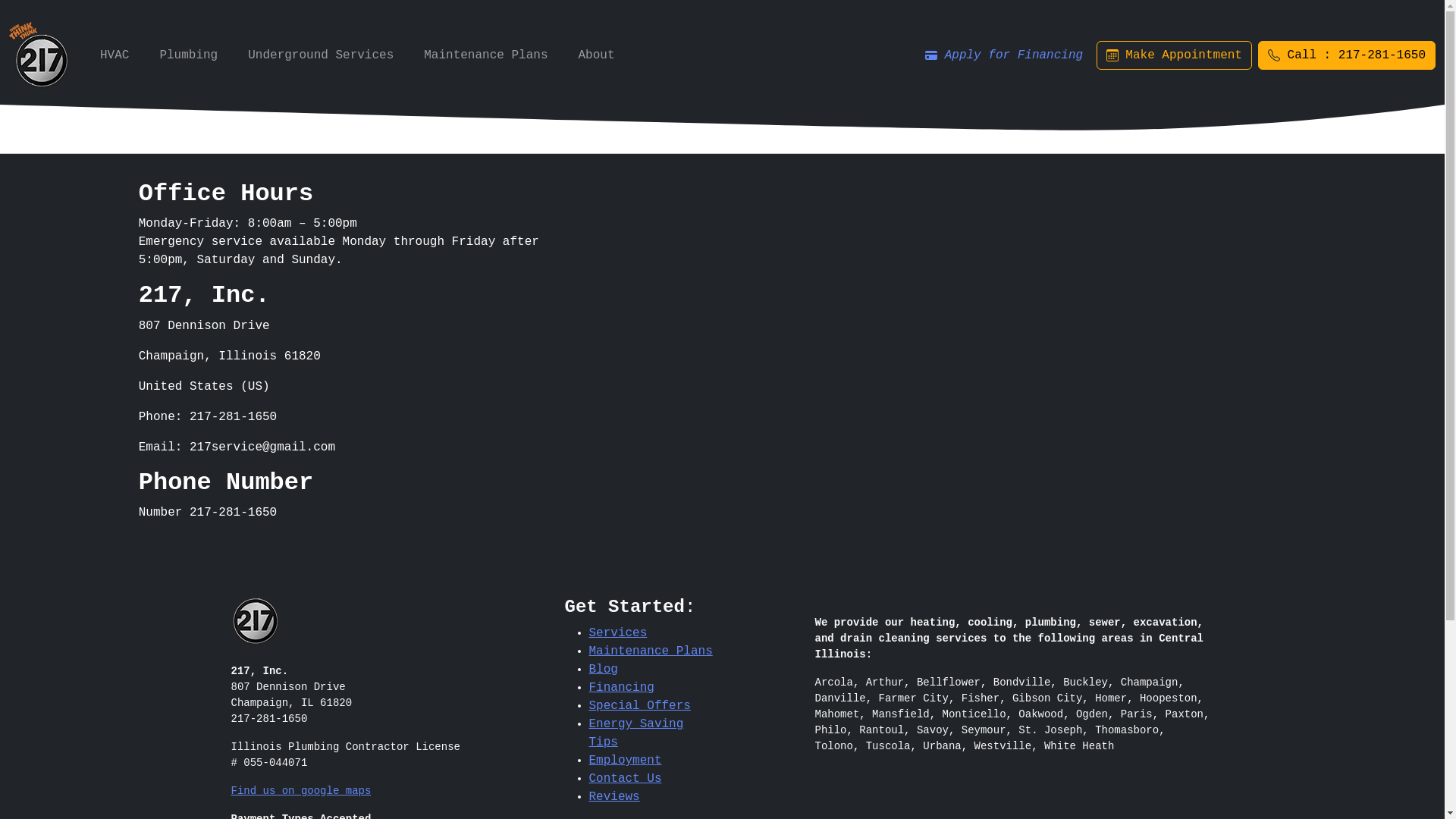 The image size is (1456, 819). Describe the element at coordinates (300, 789) in the screenshot. I see `'Find us on google maps'` at that location.